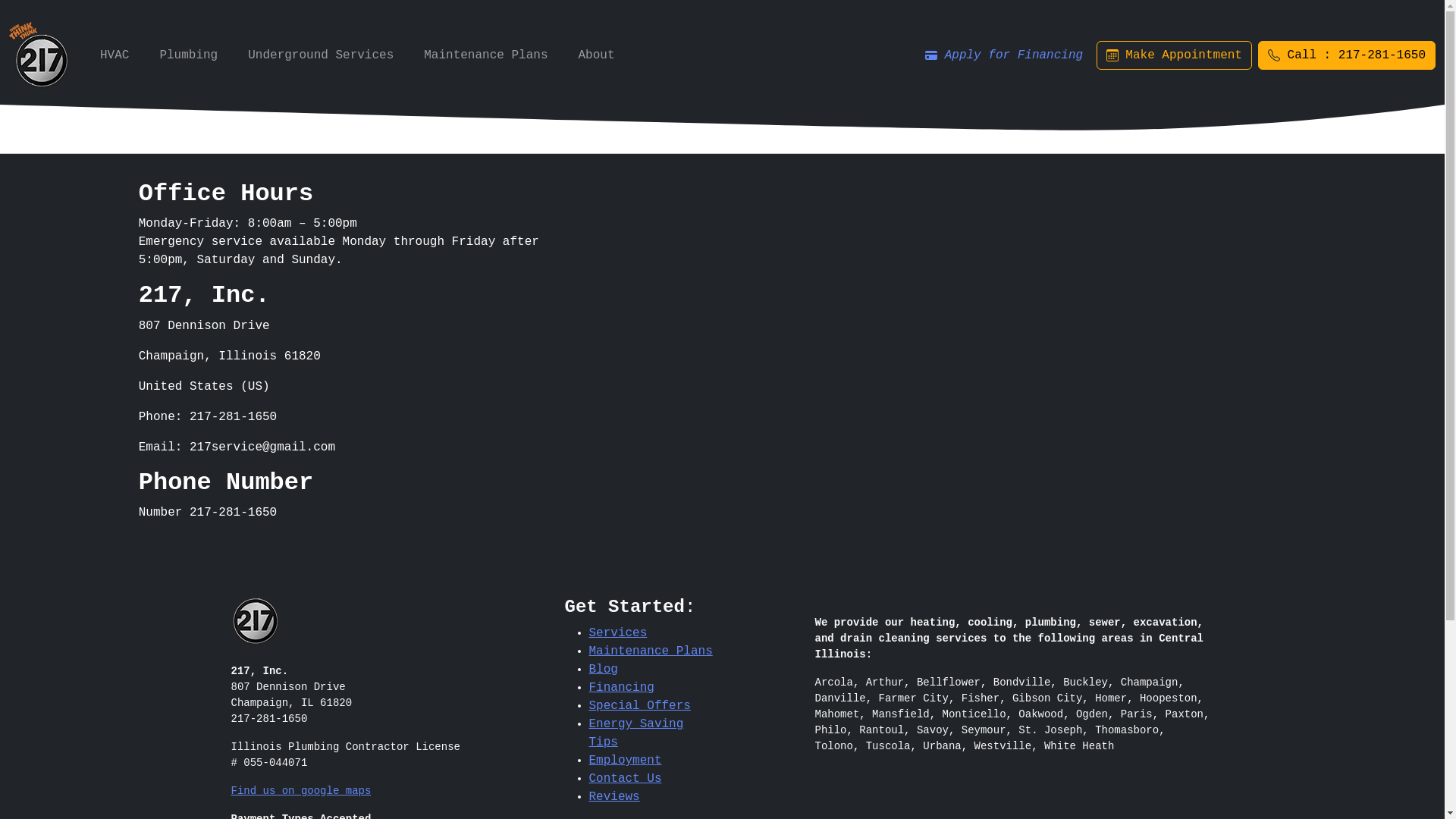 The image size is (1456, 819). Describe the element at coordinates (300, 789) in the screenshot. I see `'Find us on google maps'` at that location.